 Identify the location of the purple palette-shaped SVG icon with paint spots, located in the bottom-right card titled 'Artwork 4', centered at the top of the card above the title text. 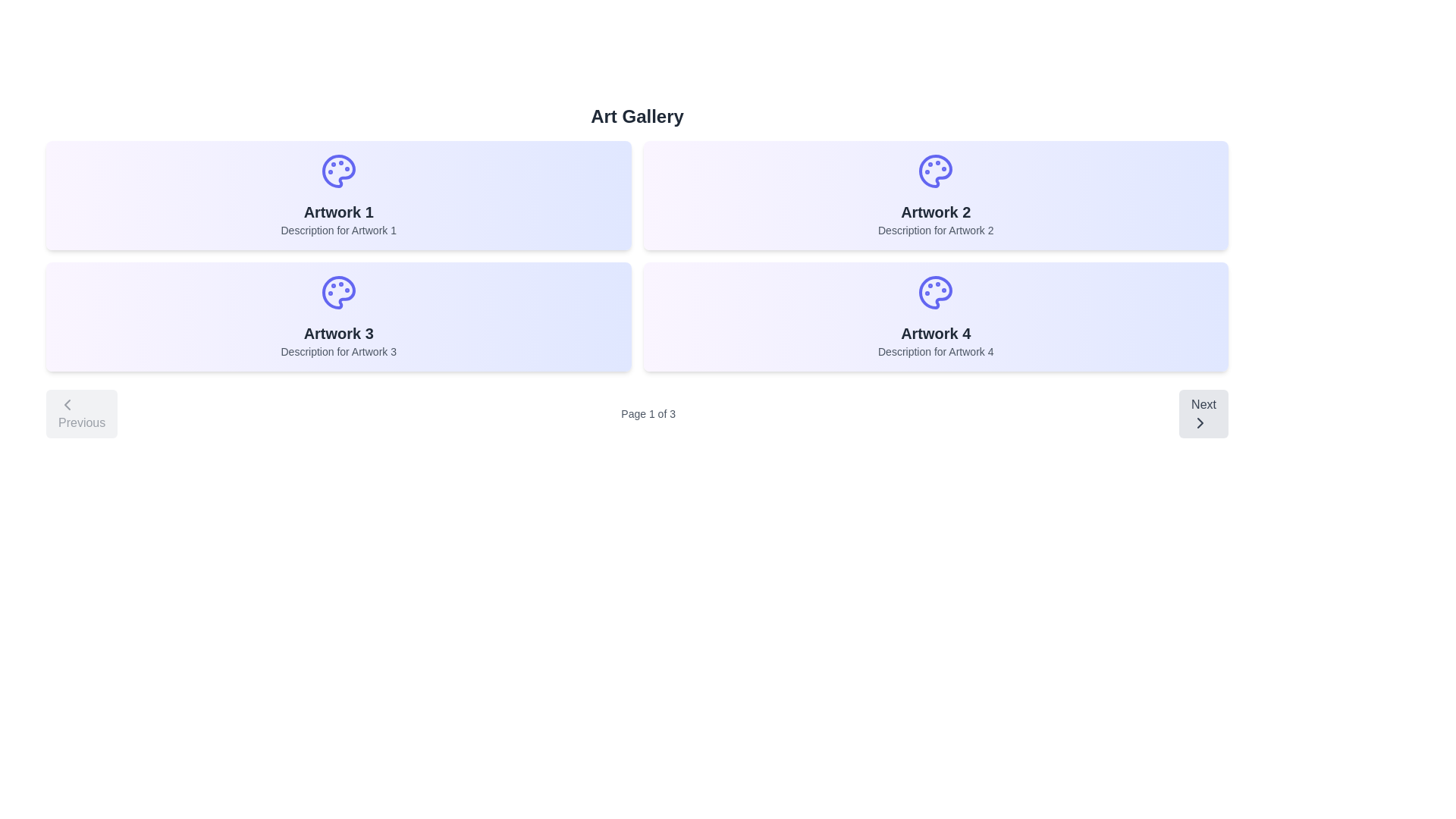
(935, 292).